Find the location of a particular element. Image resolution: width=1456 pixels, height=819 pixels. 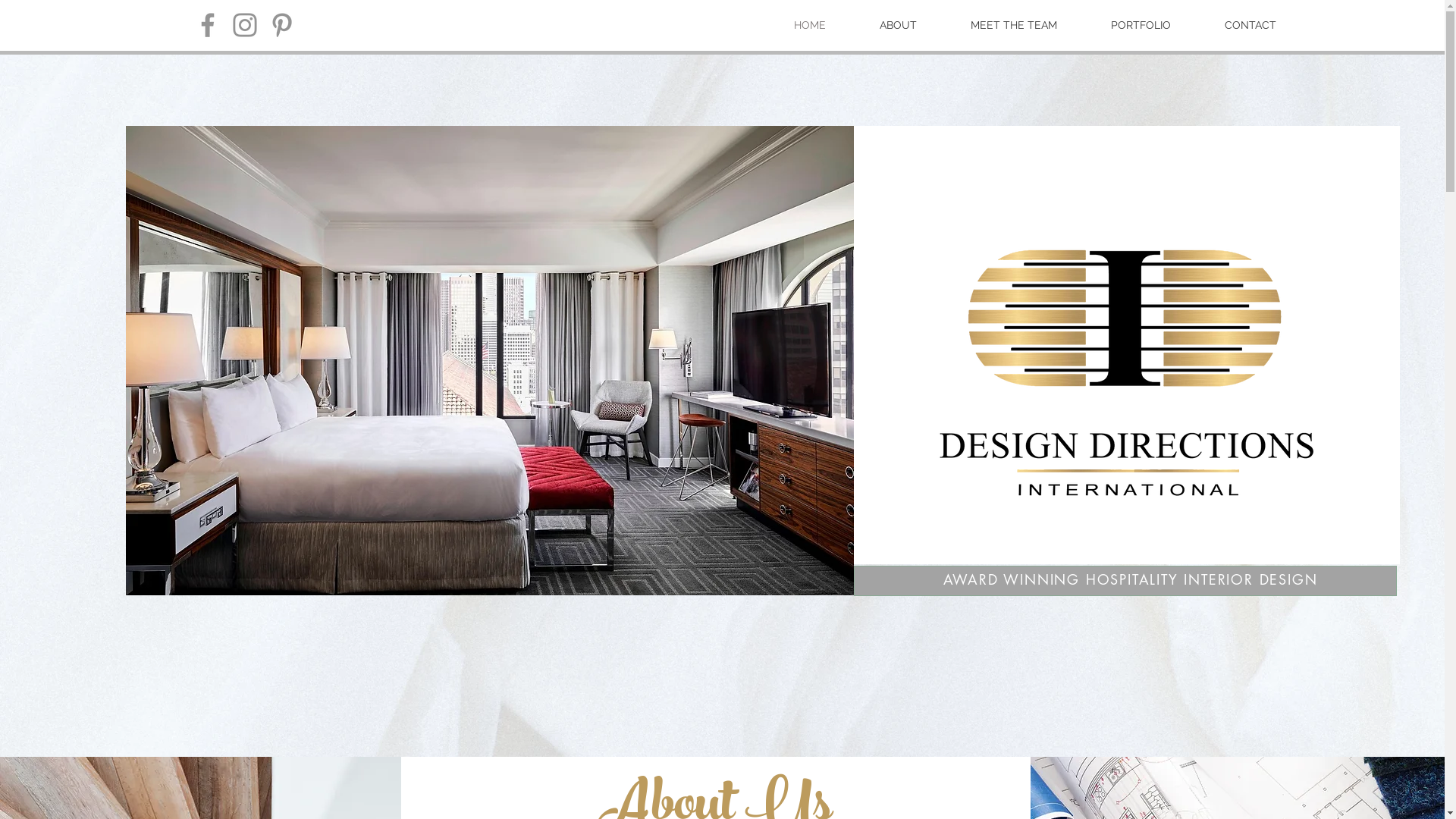

'HOME' is located at coordinates (808, 25).